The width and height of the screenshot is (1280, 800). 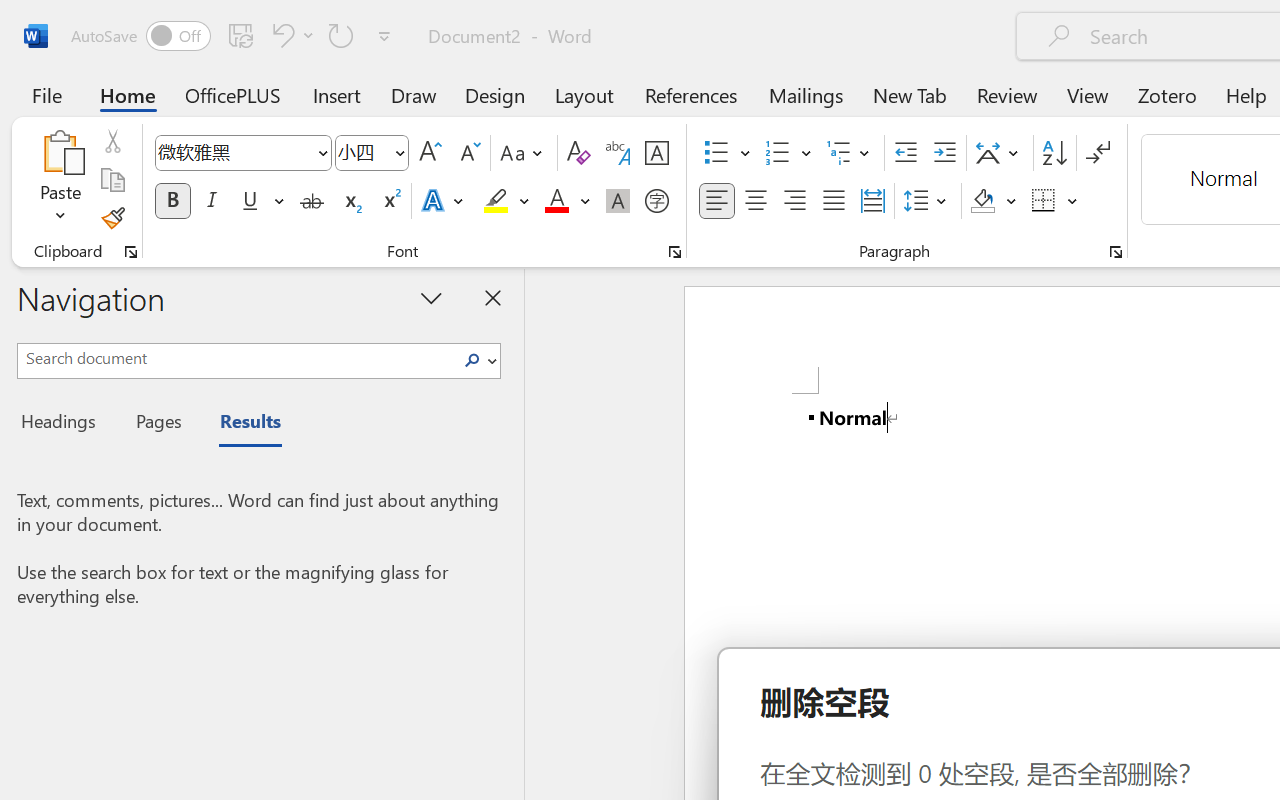 I want to click on 'AutoSave', so click(x=139, y=35).